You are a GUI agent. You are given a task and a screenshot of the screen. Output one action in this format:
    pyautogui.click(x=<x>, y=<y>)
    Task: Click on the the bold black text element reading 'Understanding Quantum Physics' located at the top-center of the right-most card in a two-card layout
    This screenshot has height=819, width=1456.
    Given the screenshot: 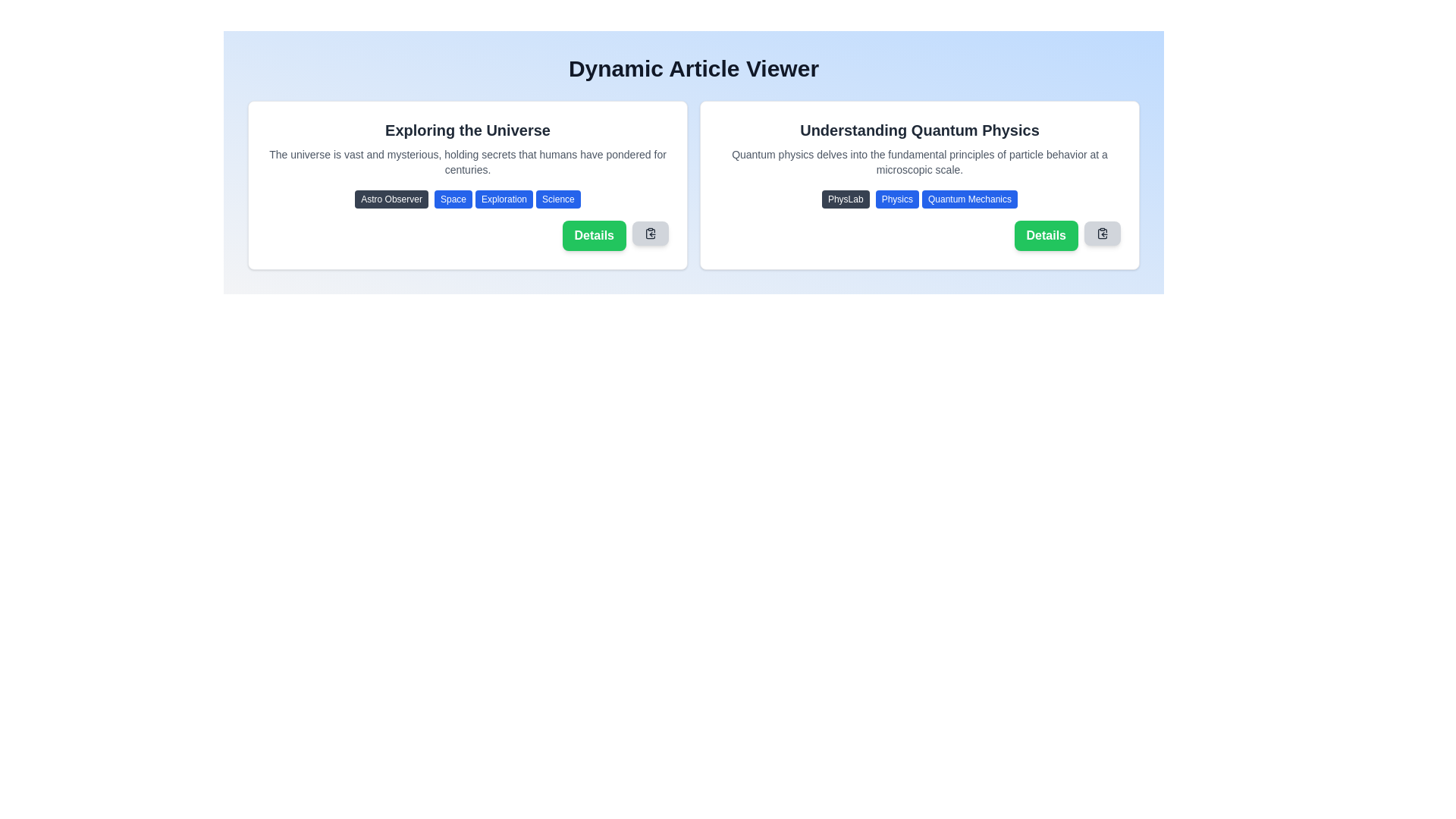 What is the action you would take?
    pyautogui.click(x=919, y=130)
    